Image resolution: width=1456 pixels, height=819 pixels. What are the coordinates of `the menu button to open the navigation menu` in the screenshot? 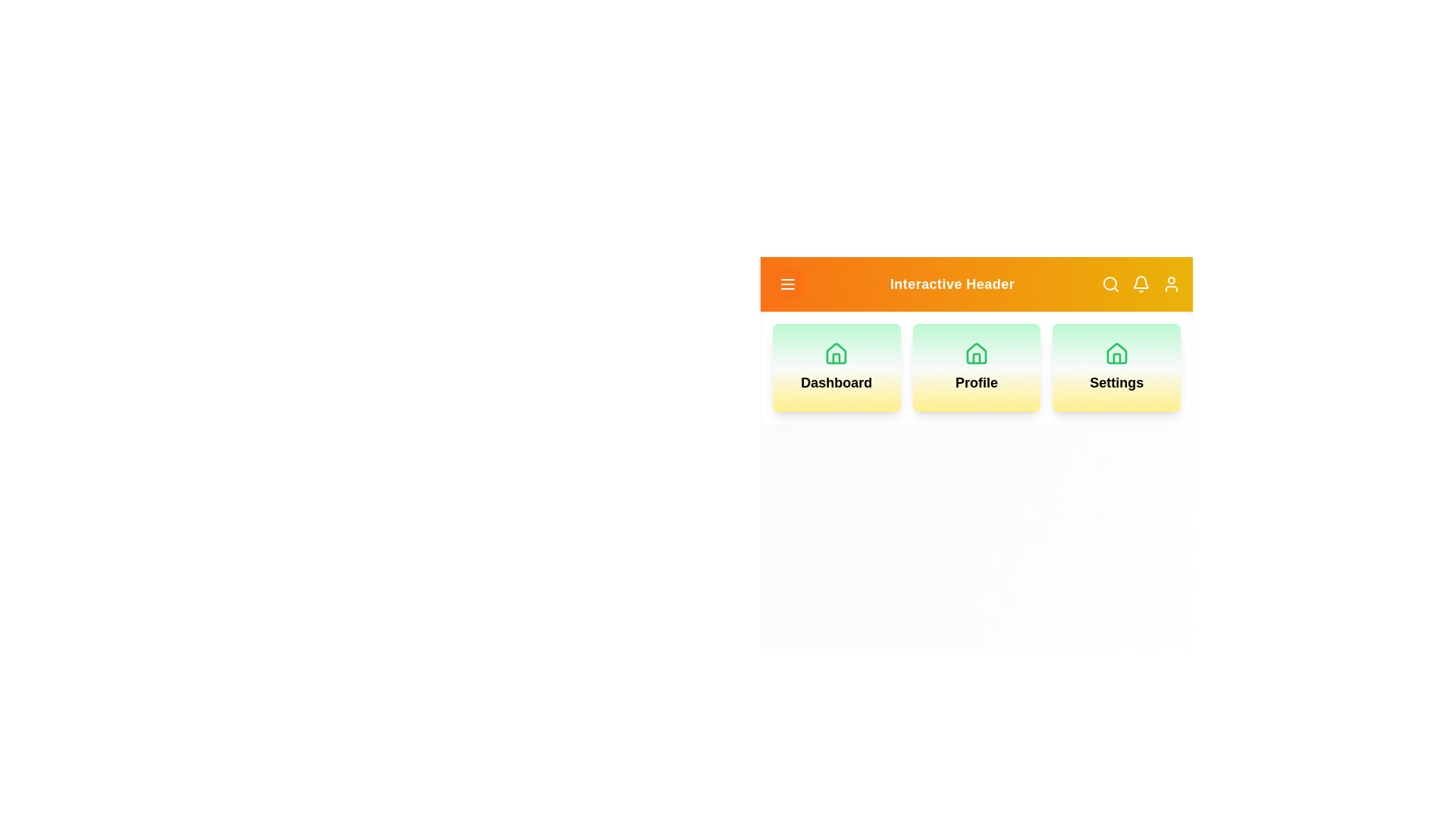 It's located at (787, 284).